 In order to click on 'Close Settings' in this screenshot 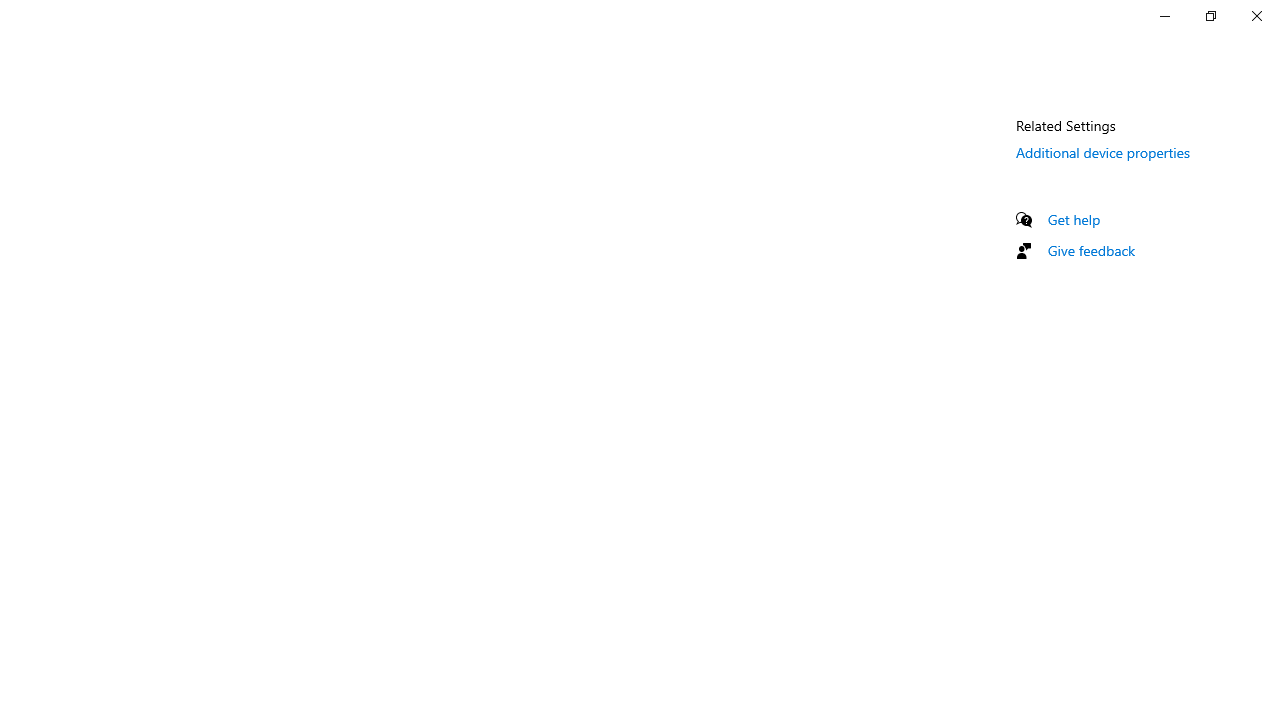, I will do `click(1255, 15)`.